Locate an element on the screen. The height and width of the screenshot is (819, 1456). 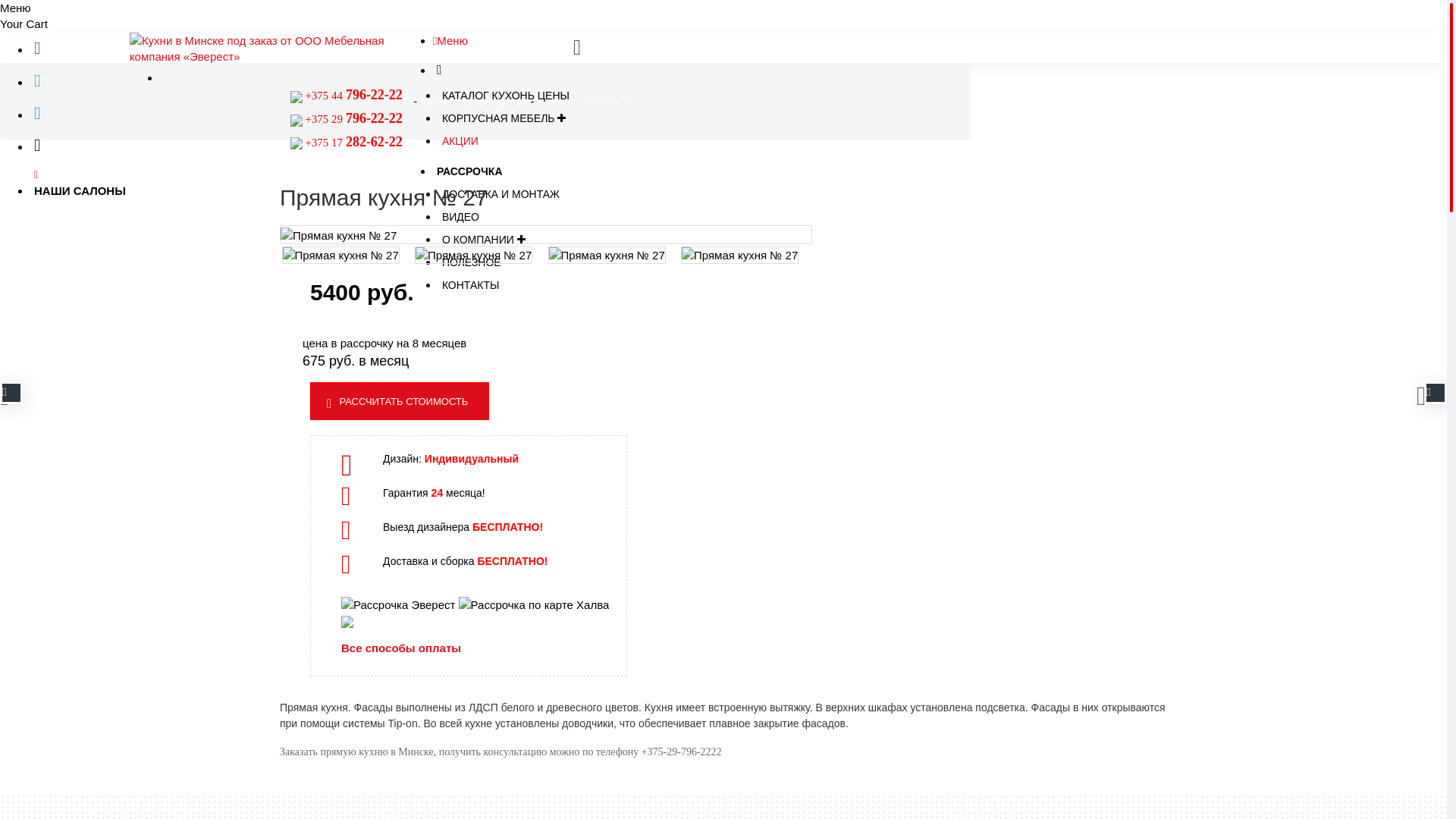
' +375 44 796-22-22' is located at coordinates (352, 96).